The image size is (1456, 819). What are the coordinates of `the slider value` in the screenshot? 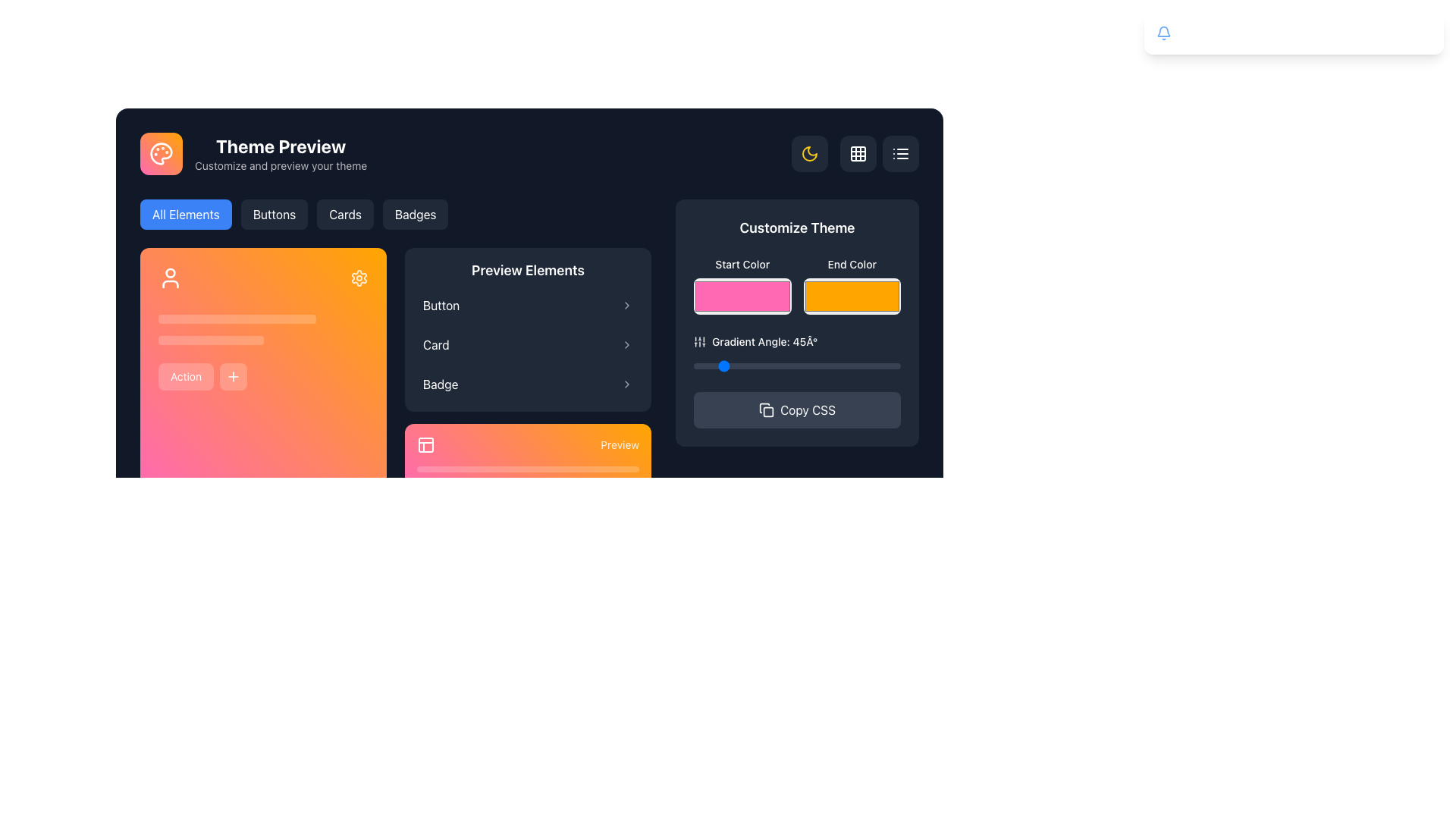 It's located at (767, 366).